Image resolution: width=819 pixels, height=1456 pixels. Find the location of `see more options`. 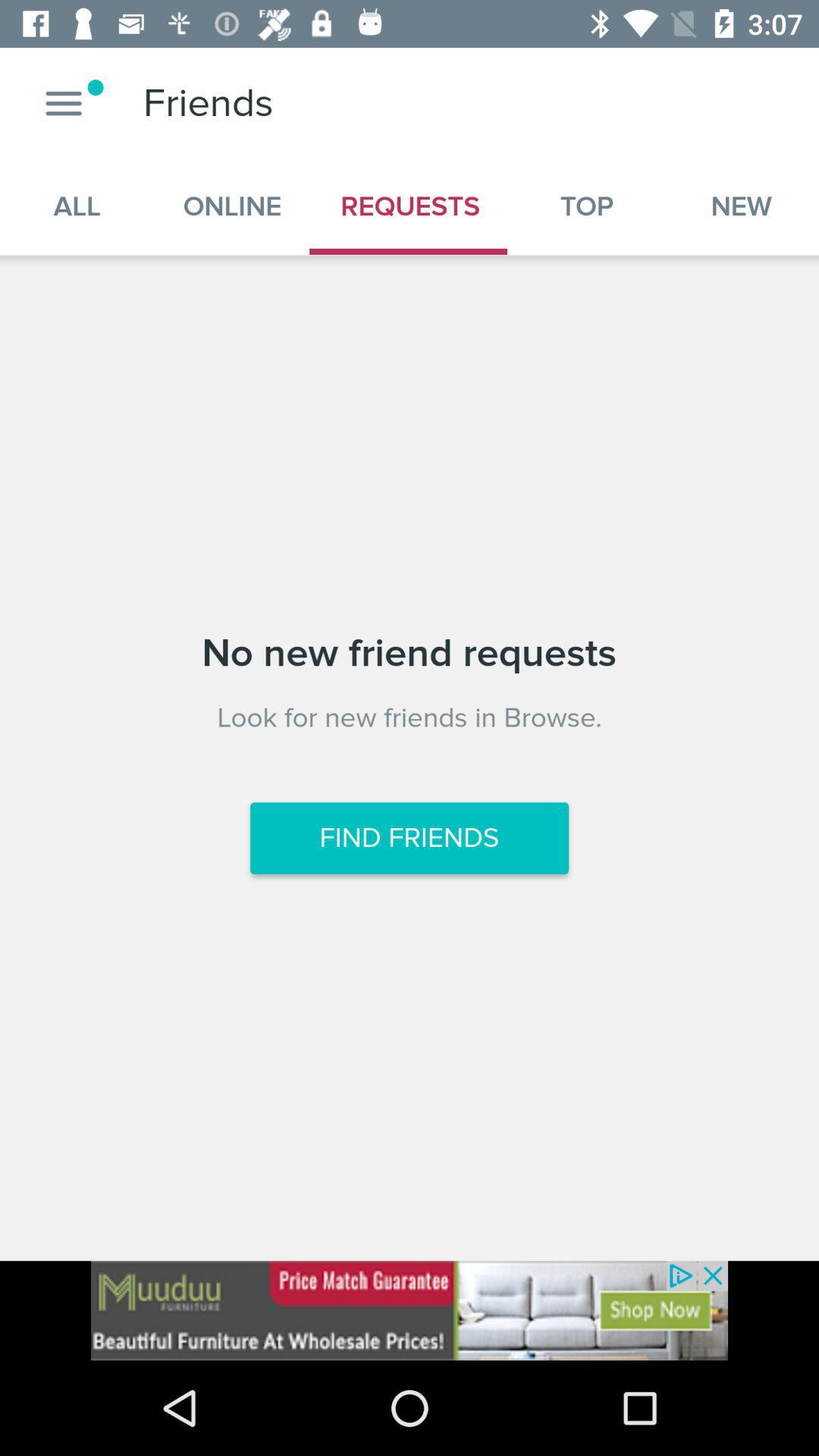

see more options is located at coordinates (63, 102).